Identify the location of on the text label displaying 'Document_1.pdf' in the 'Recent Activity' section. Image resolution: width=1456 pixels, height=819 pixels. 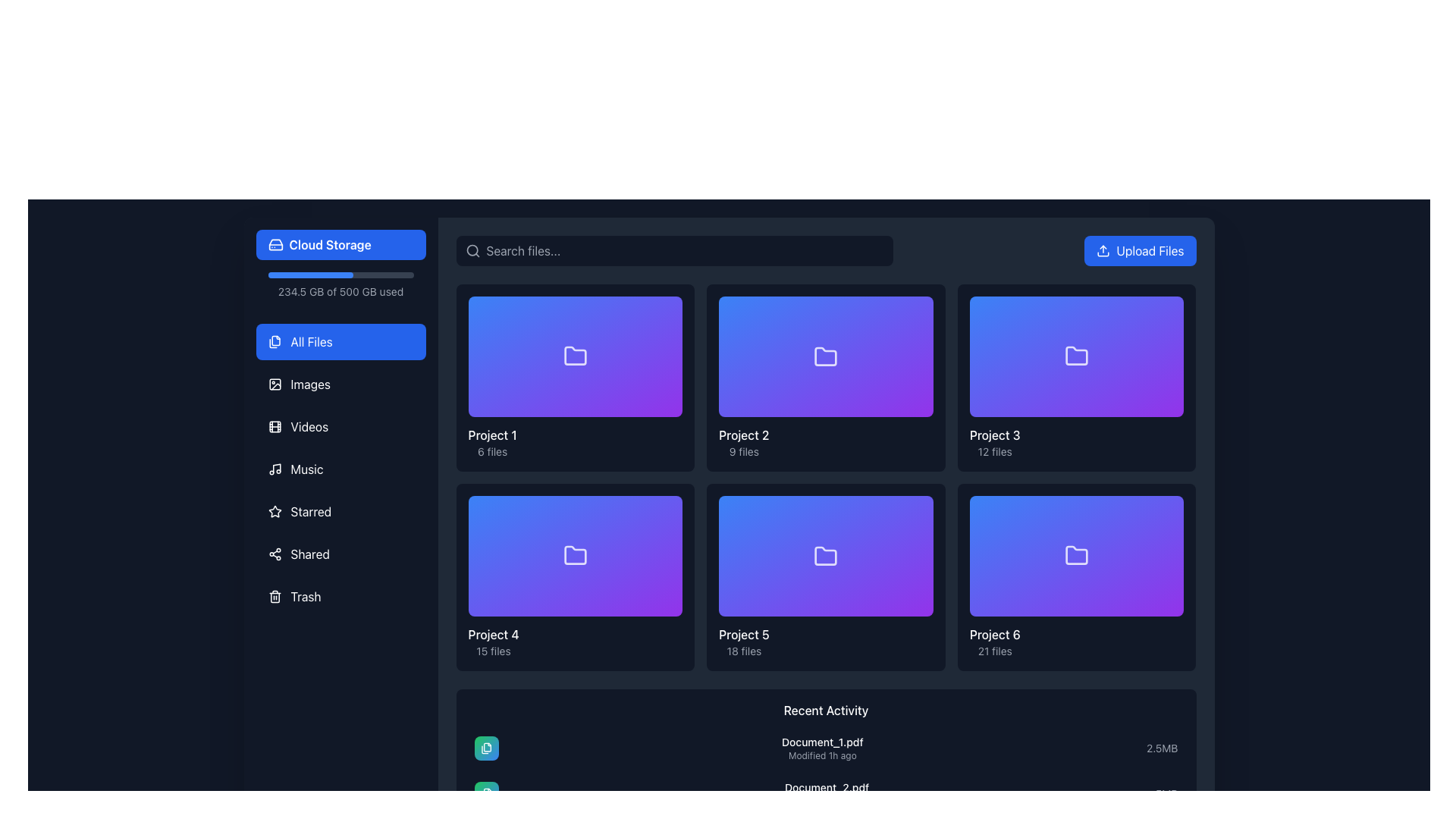
(821, 742).